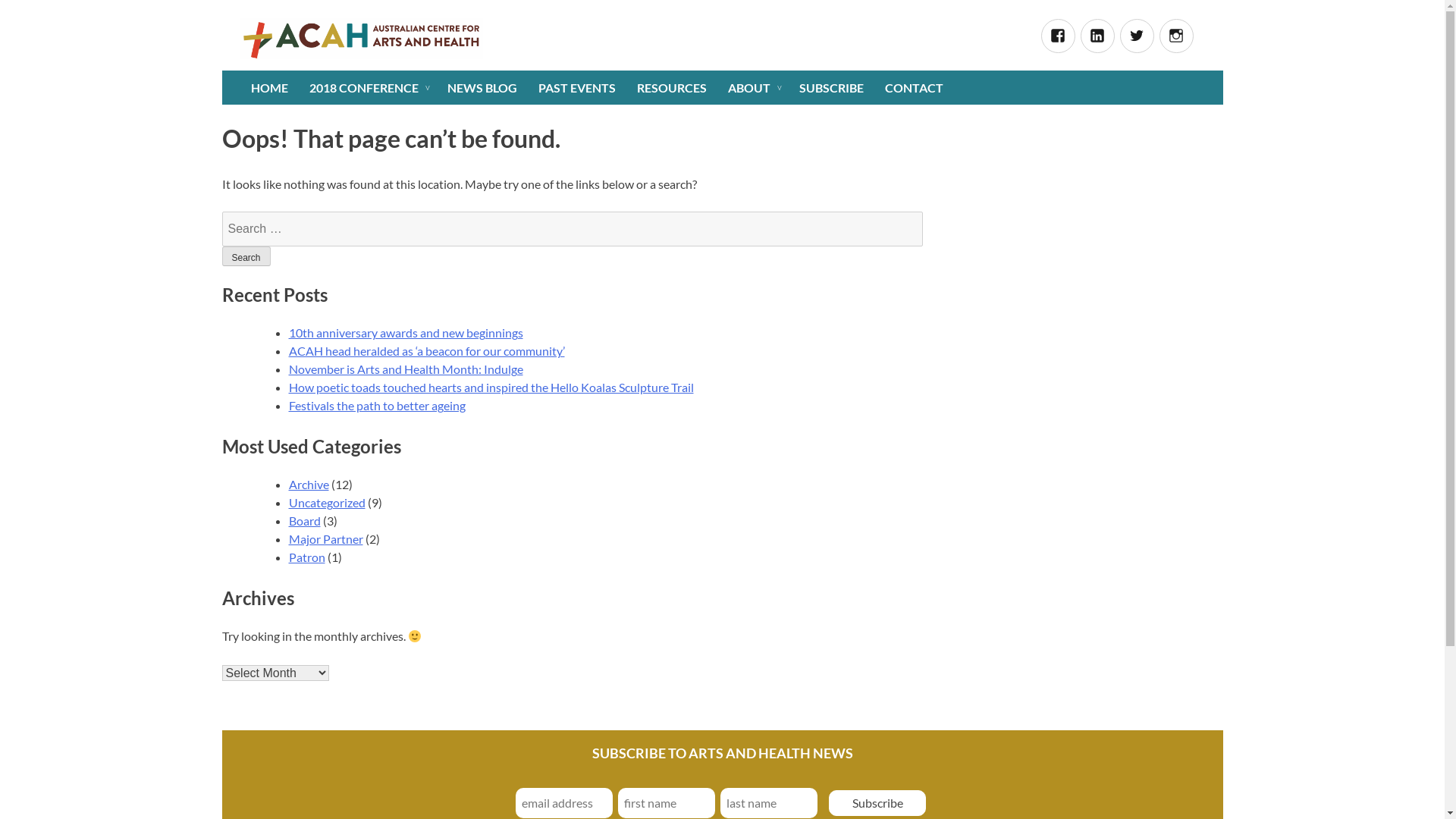  What do you see at coordinates (789, 87) in the screenshot?
I see `'SUBSCRIBE'` at bounding box center [789, 87].